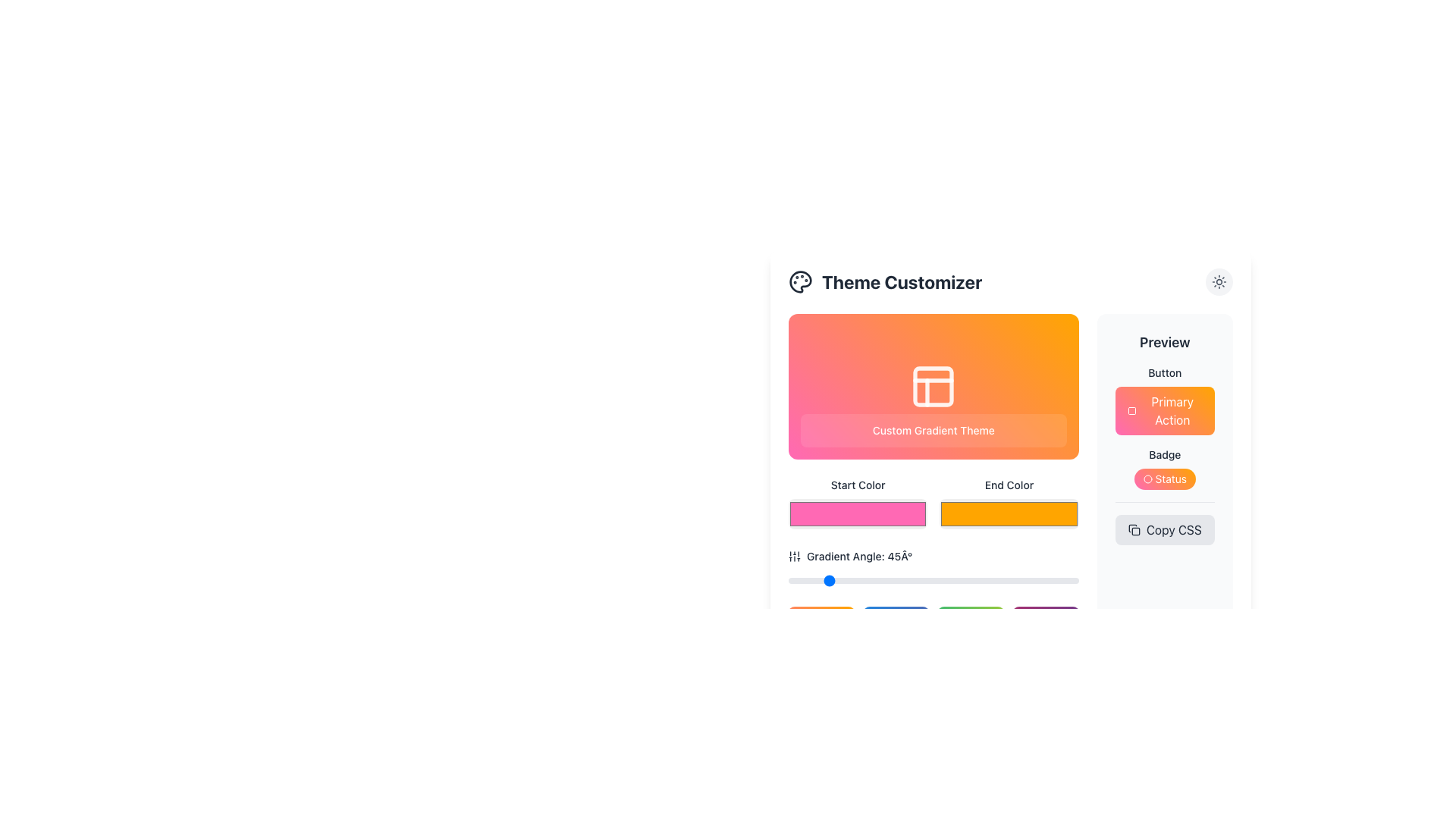  I want to click on the theme toggle button located at the top-right corner of the interface within the 'Theme Customizer' header bar, so click(1219, 281).